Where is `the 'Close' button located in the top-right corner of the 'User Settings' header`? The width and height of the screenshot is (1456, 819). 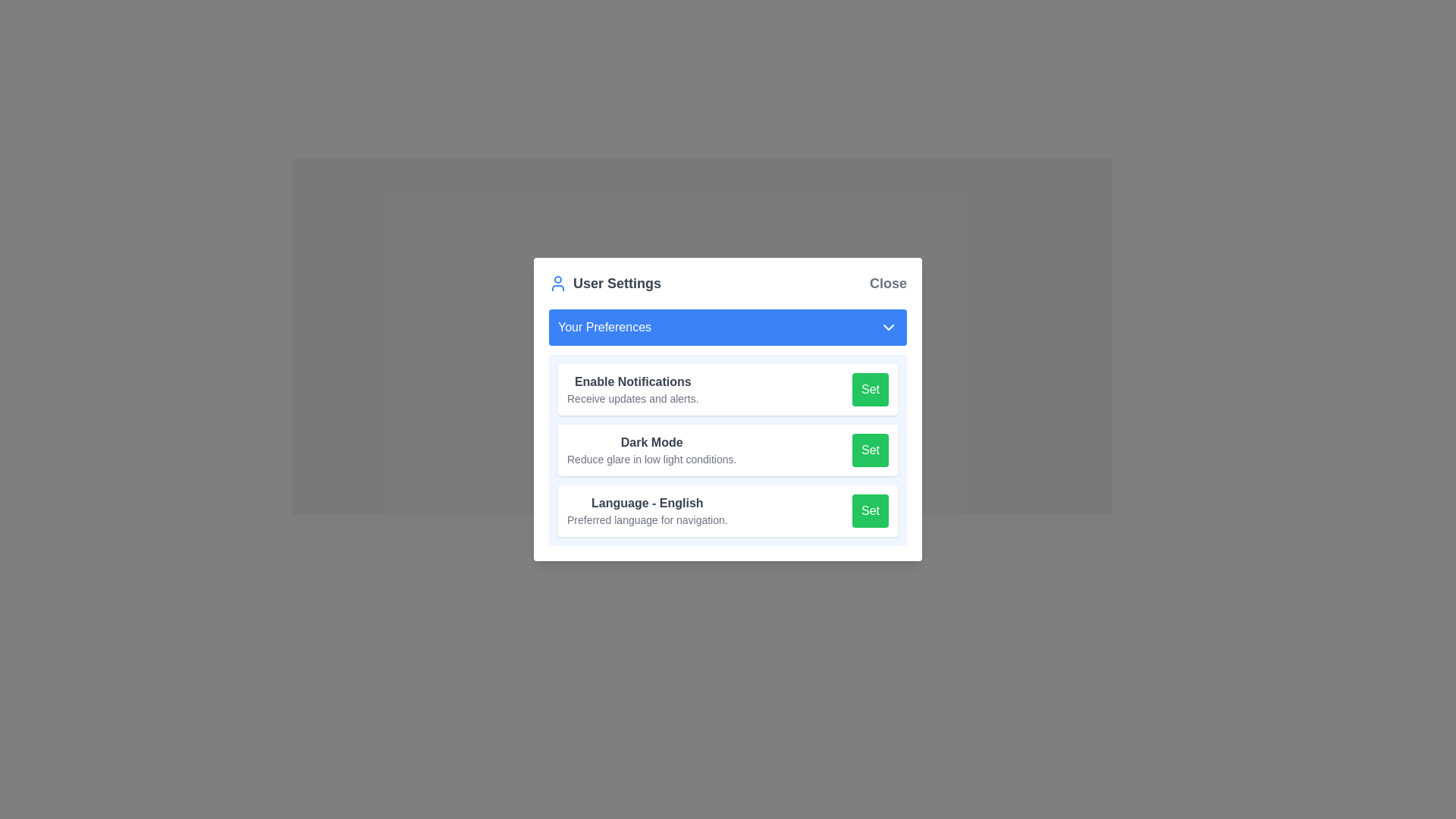
the 'Close' button located in the top-right corner of the 'User Settings' header is located at coordinates (888, 284).